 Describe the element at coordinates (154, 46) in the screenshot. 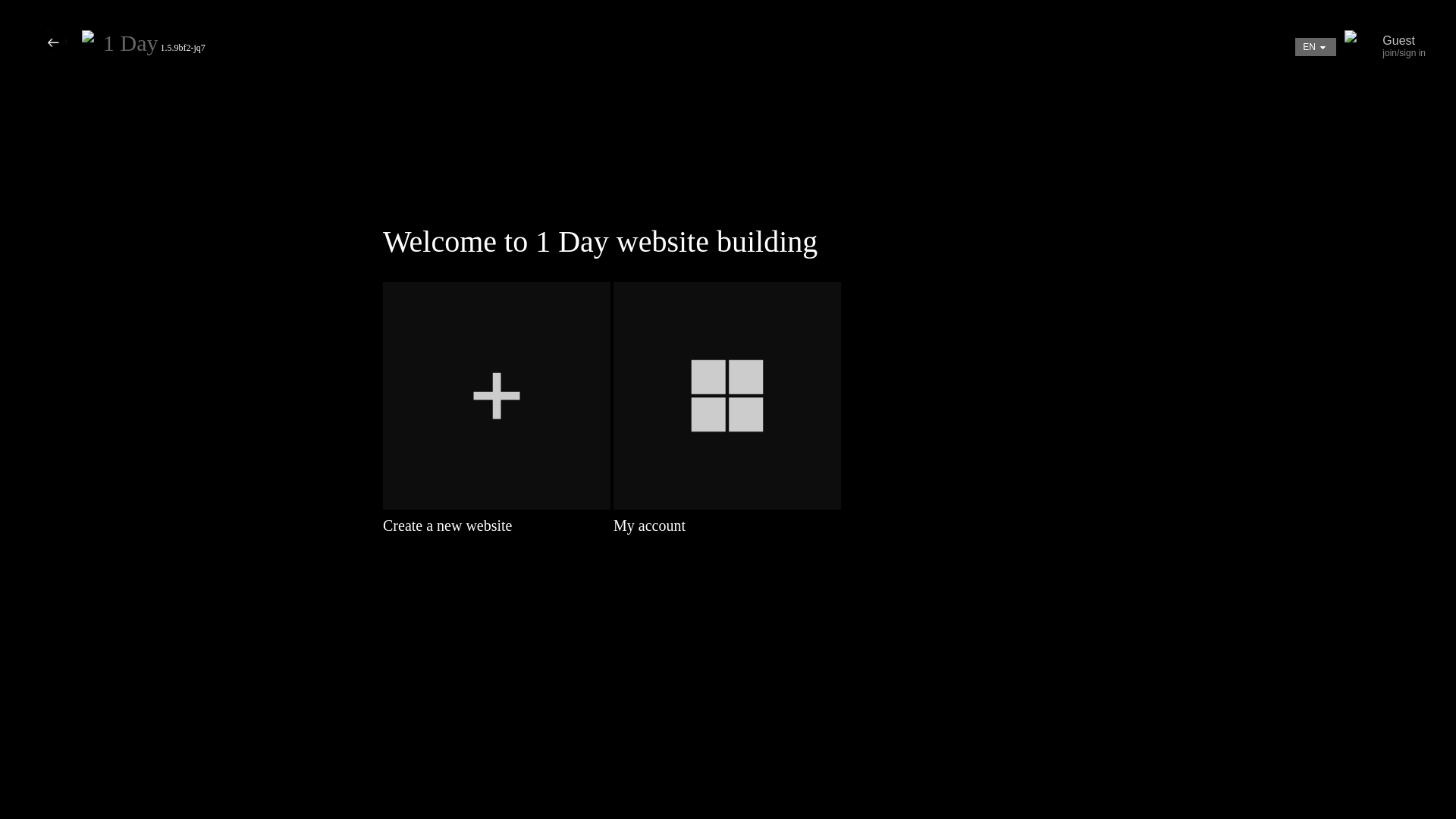

I see `'1 Day 1.5.9bf2-jq7'` at that location.